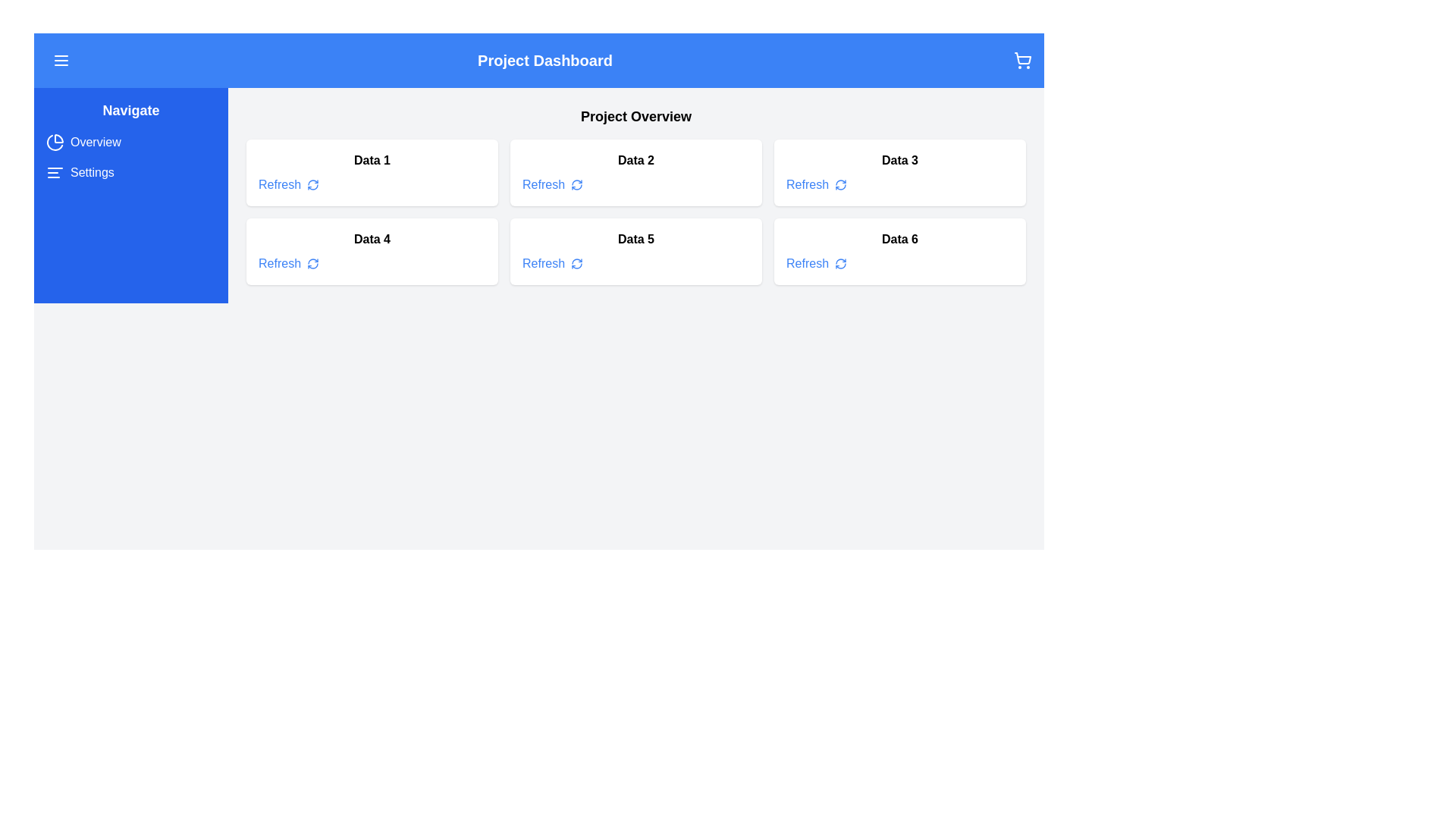 This screenshot has width=1456, height=819. I want to click on the bold, black textual label that reads 'Data 4', which is located in the second row, first column of the grid under the 'Project Overview' section, so click(372, 239).